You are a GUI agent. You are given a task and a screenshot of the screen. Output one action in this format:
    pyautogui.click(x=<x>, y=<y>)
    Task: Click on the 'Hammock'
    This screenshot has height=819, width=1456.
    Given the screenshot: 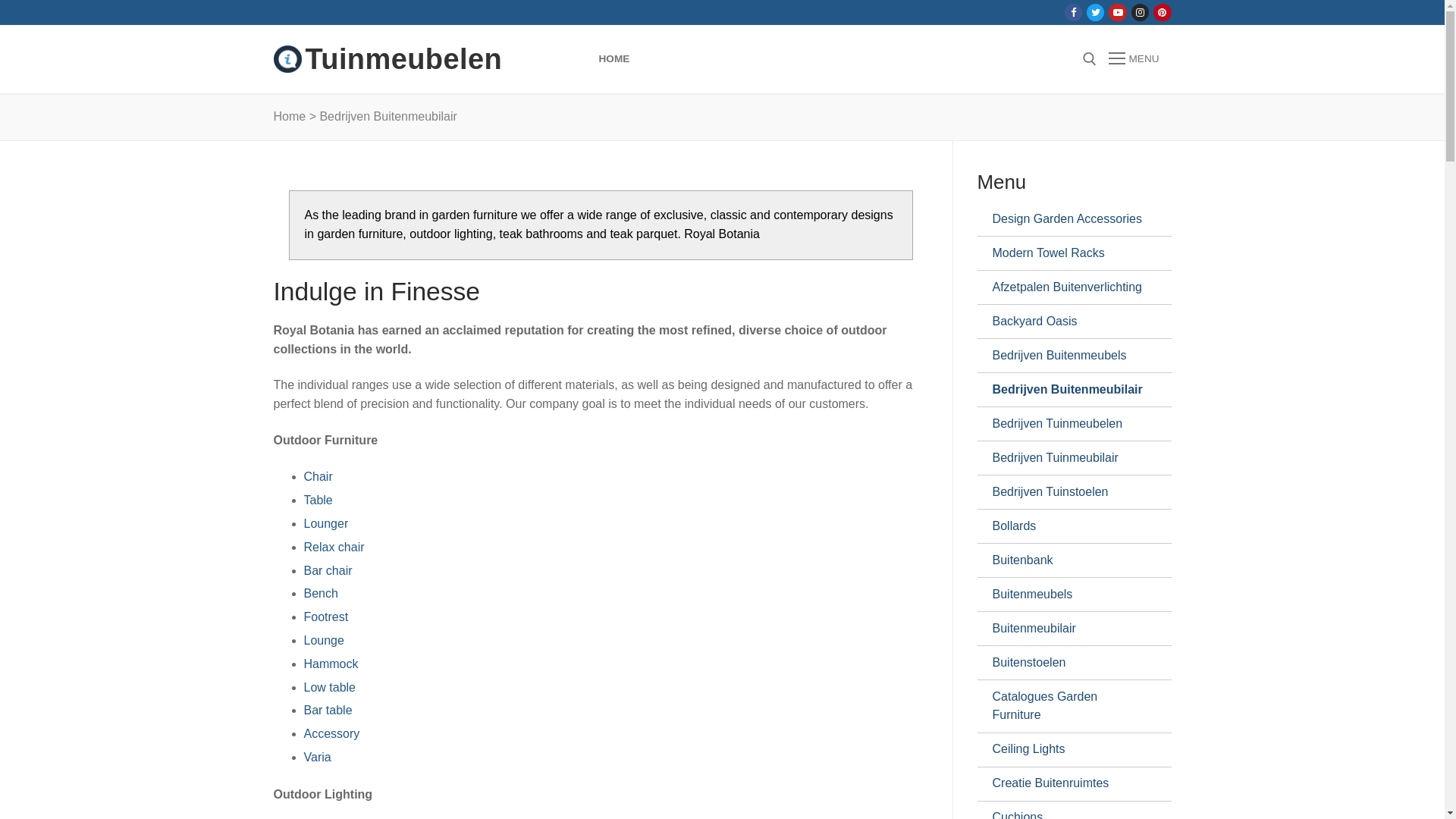 What is the action you would take?
    pyautogui.click(x=330, y=663)
    